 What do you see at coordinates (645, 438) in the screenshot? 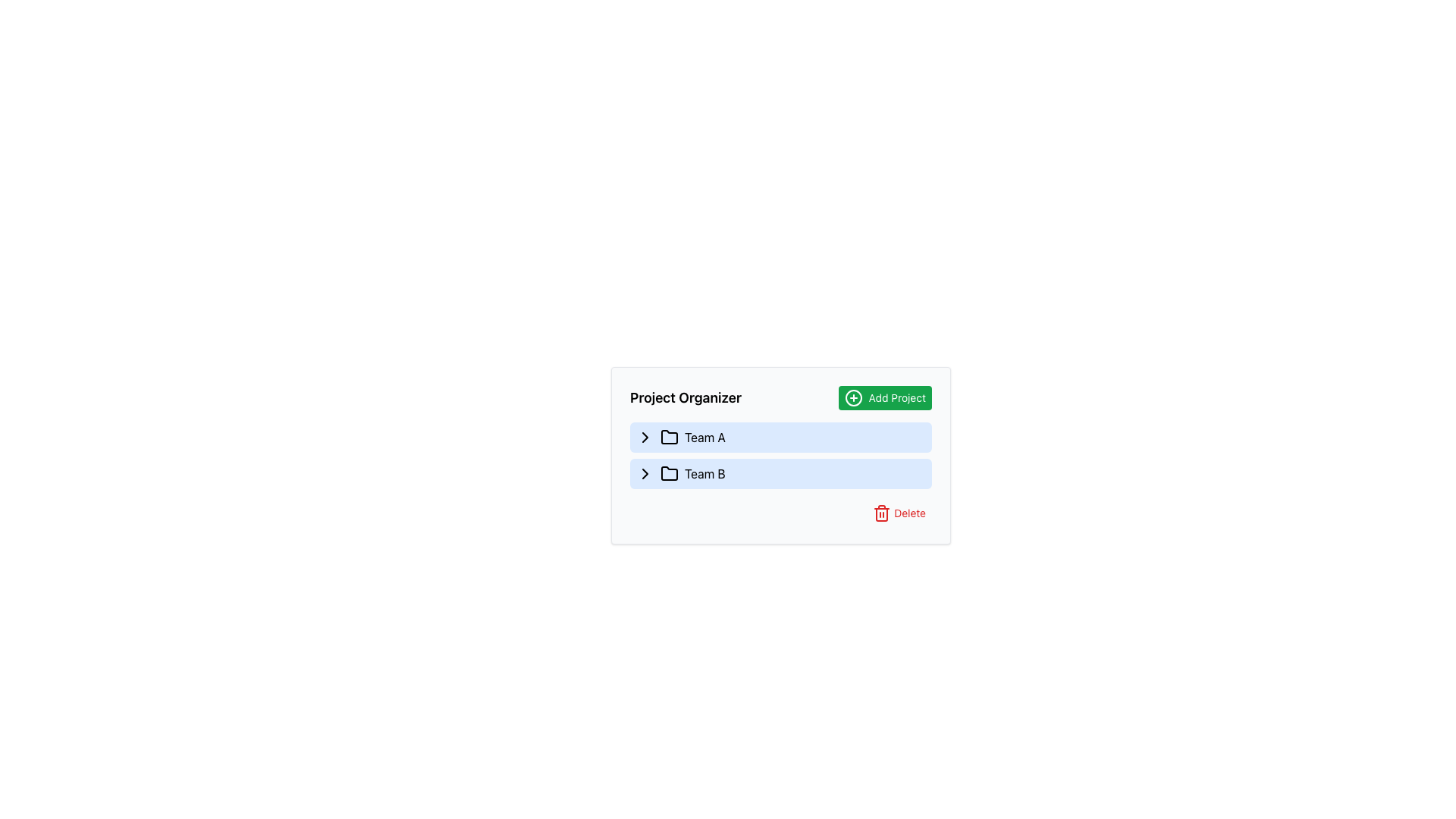
I see `the chevron icon` at bounding box center [645, 438].